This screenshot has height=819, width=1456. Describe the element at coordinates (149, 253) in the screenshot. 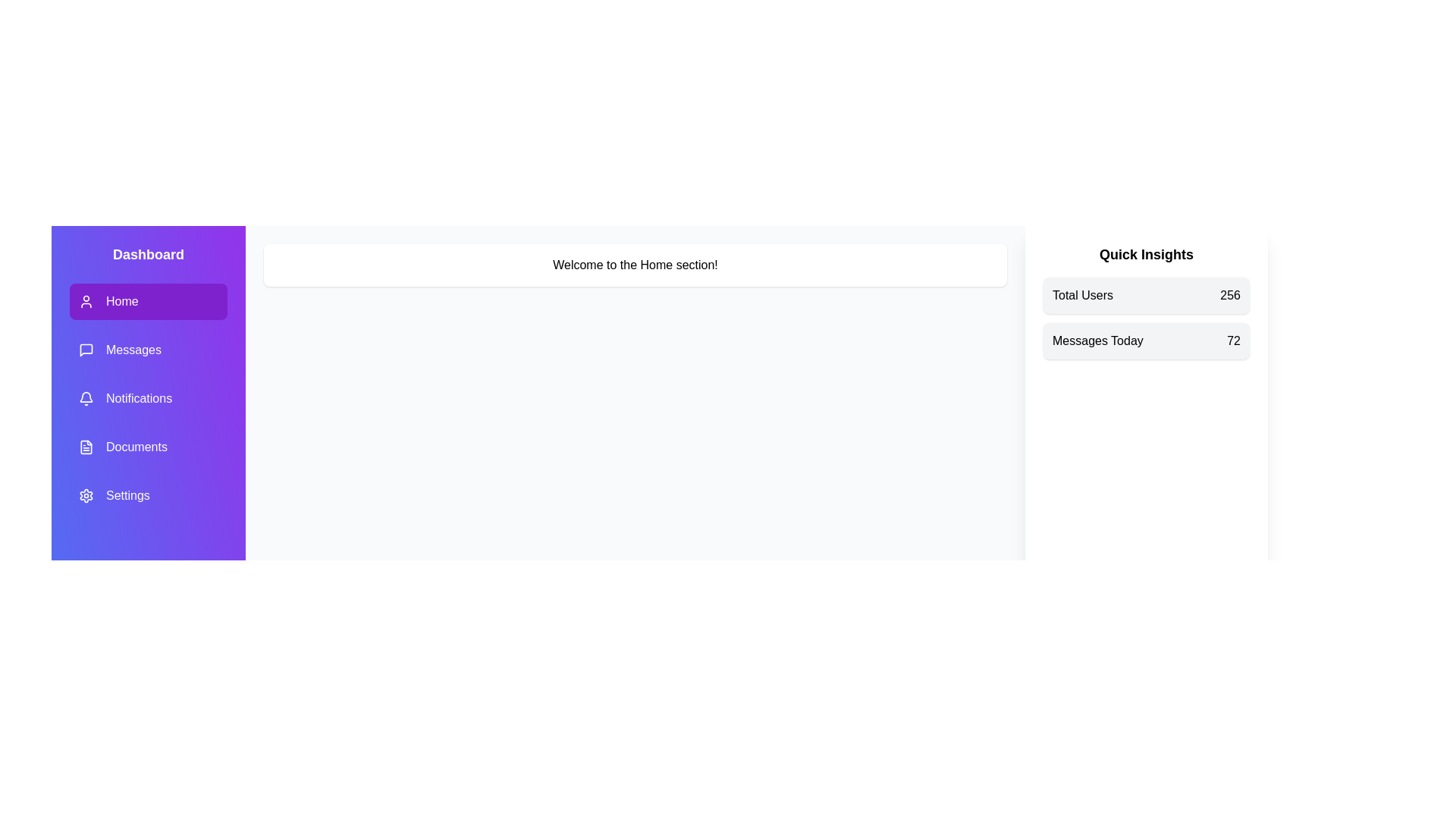

I see `the header label of the navigation menu located in the sidebar on the left side of the interface` at that location.